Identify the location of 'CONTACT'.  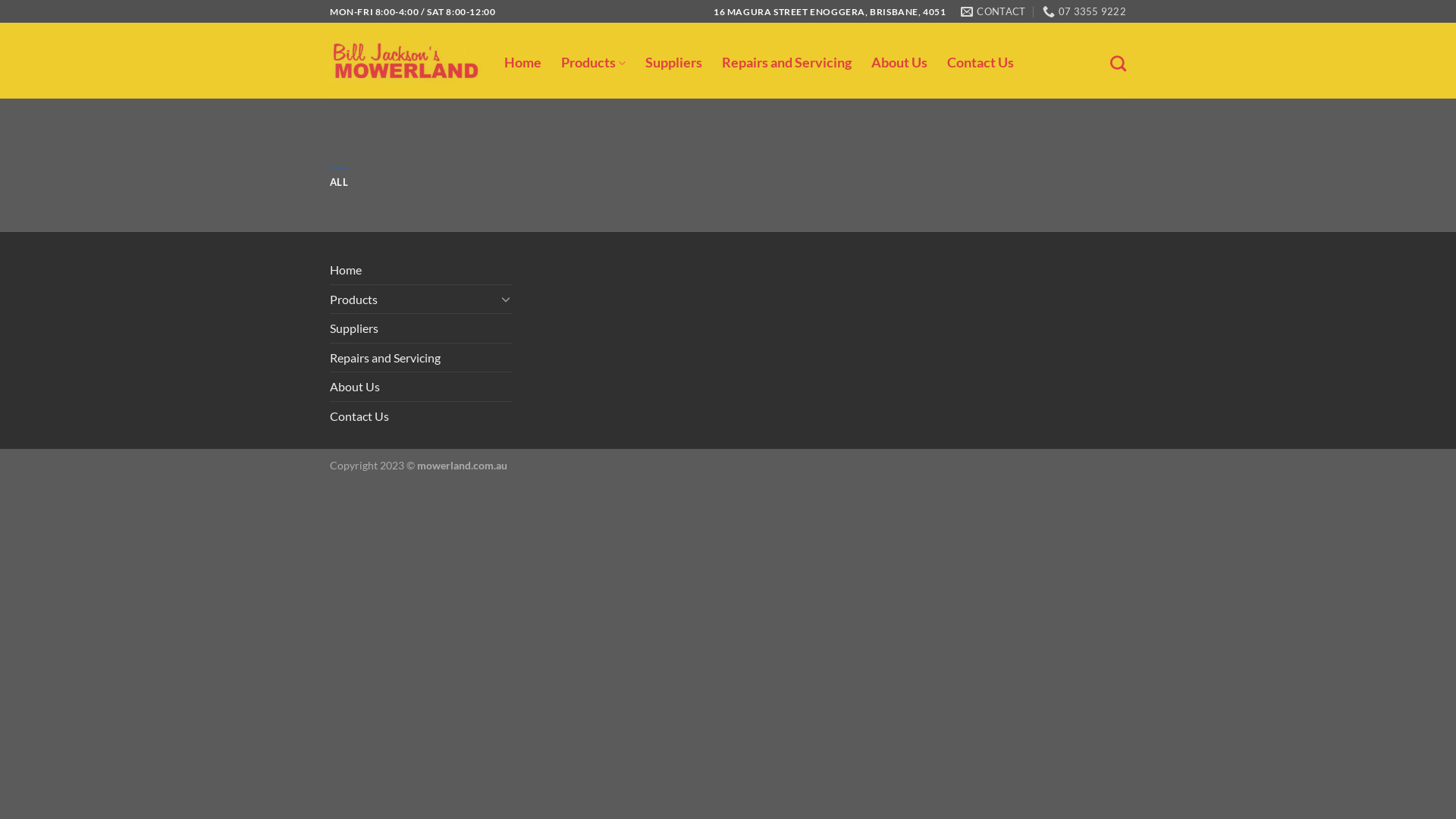
(993, 11).